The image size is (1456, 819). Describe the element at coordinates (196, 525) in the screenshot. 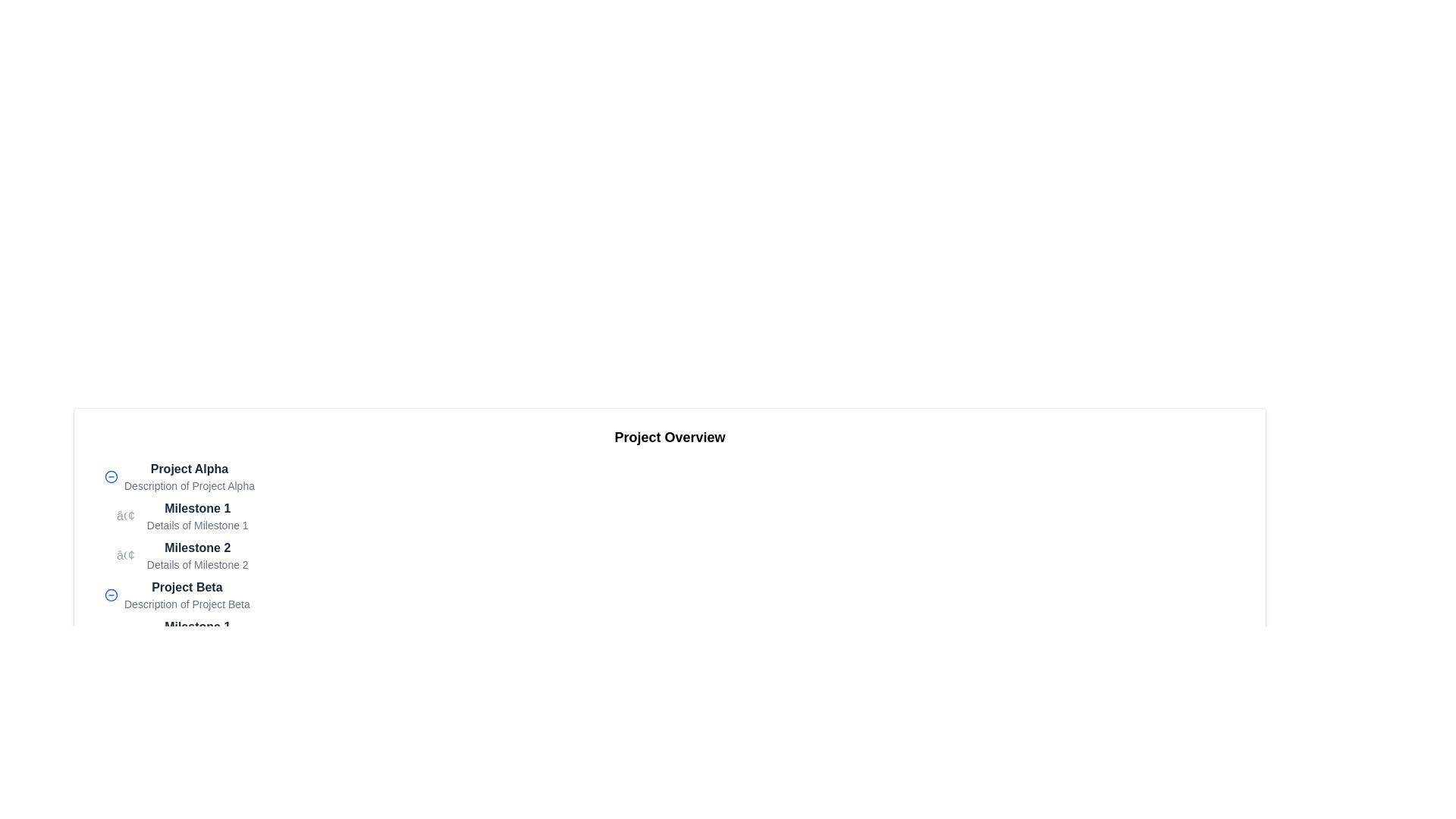

I see `the text label that displays 'Details of Milestone 1', which is styled with a small gray font and located below the bolder 'Milestone 1' label` at that location.